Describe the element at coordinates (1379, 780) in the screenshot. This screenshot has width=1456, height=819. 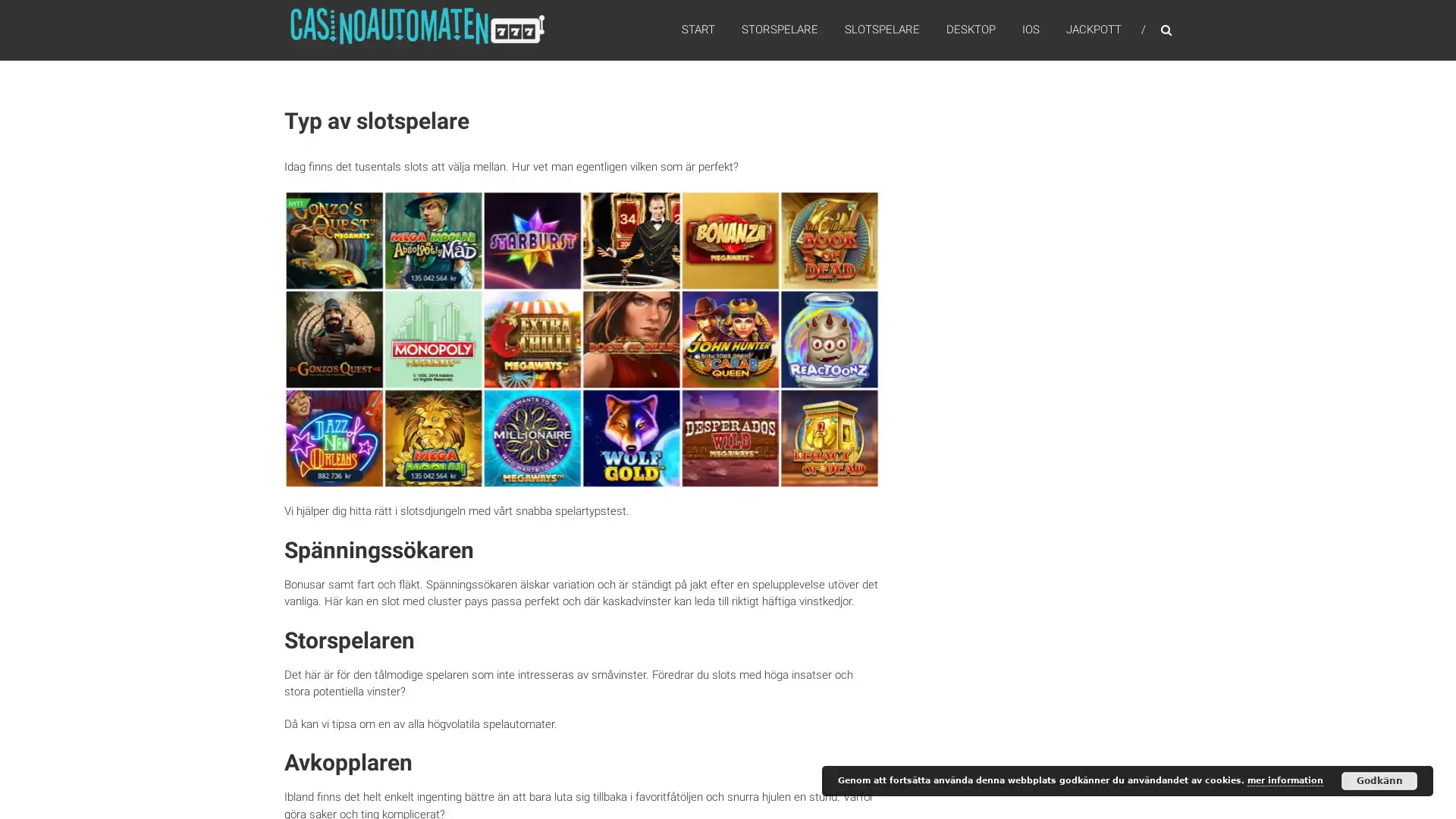
I see `Godkann` at that location.